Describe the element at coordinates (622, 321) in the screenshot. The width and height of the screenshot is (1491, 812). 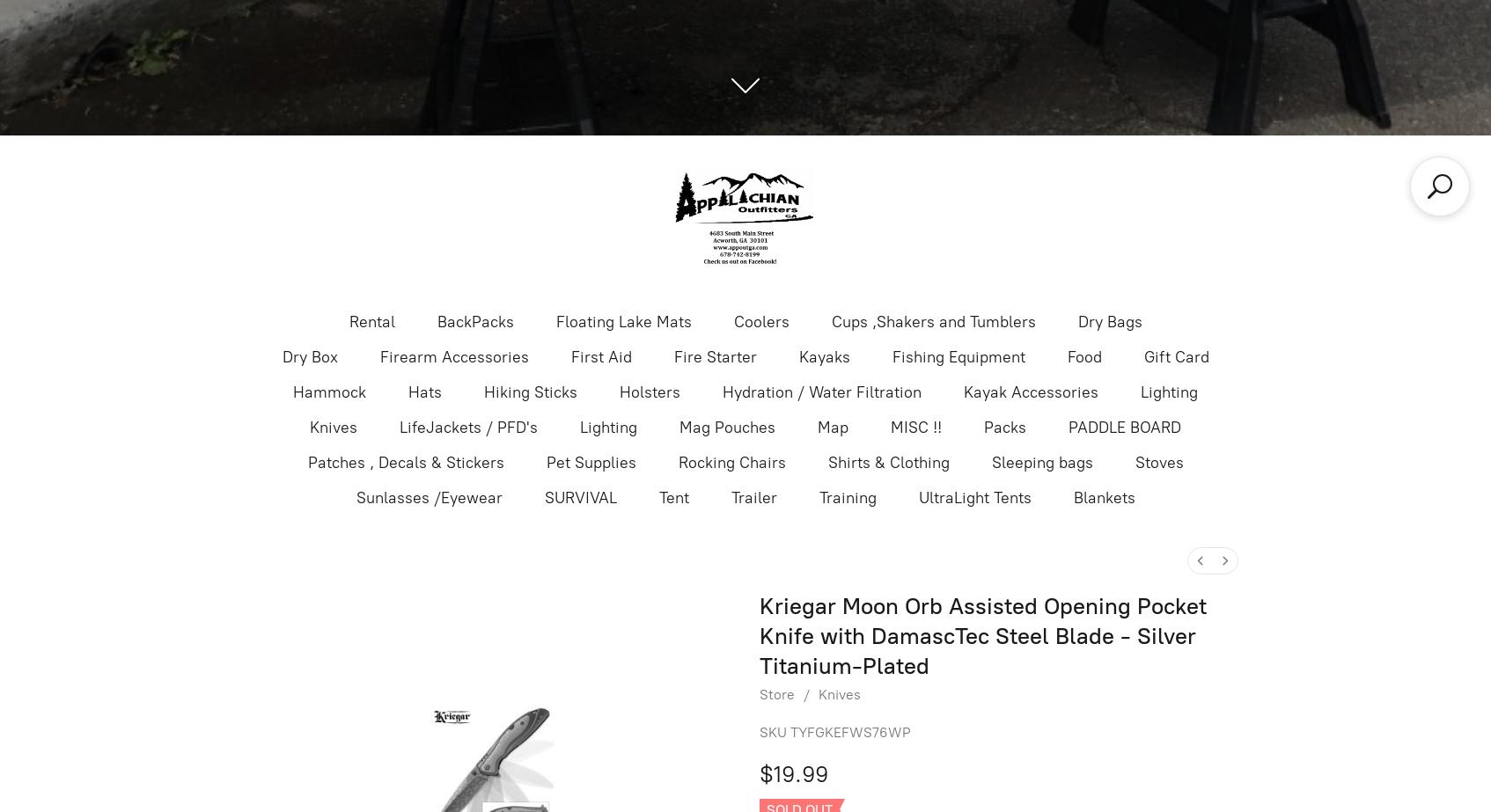
I see `'Floating Lake Mats'` at that location.